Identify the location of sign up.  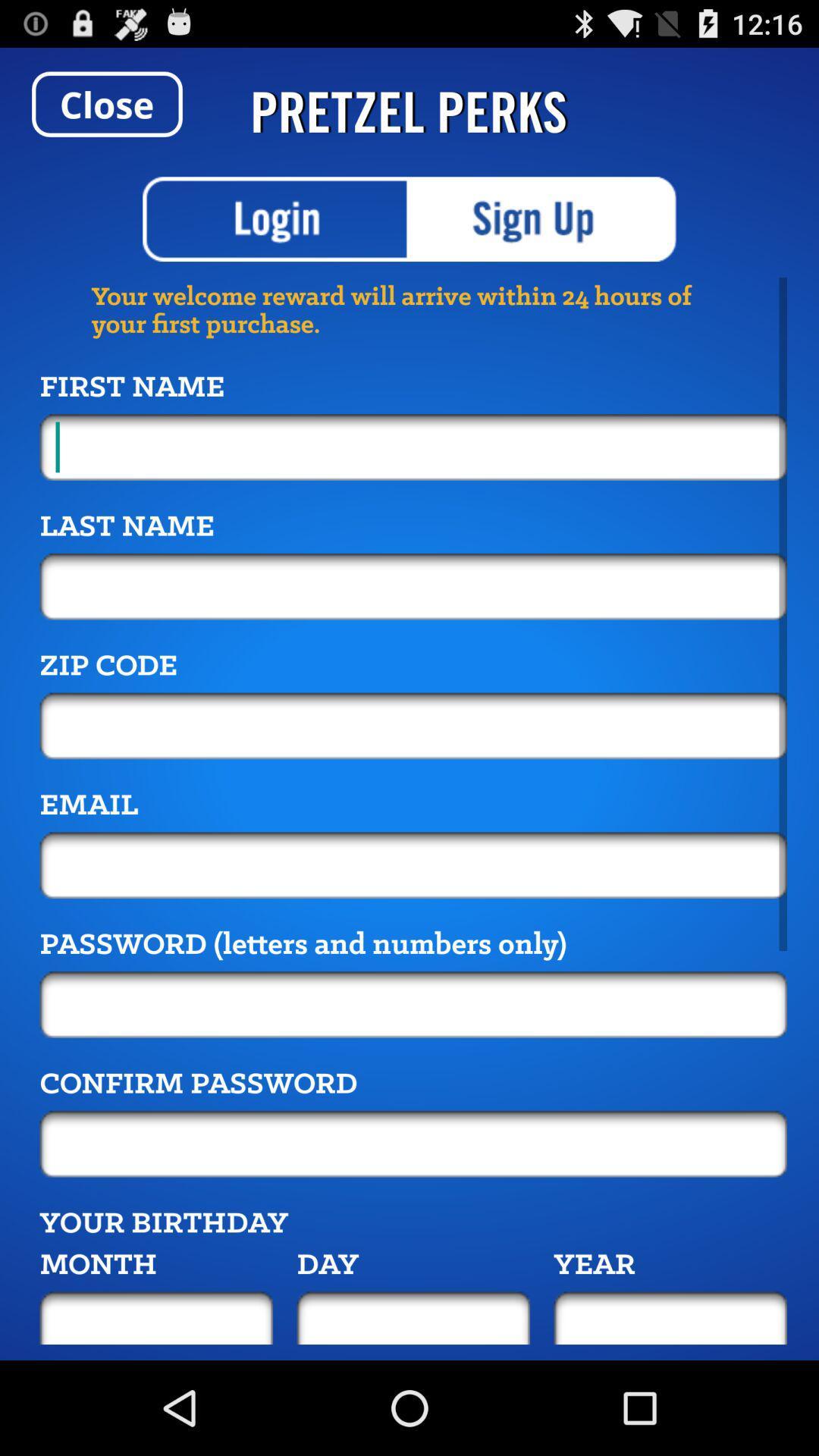
(542, 218).